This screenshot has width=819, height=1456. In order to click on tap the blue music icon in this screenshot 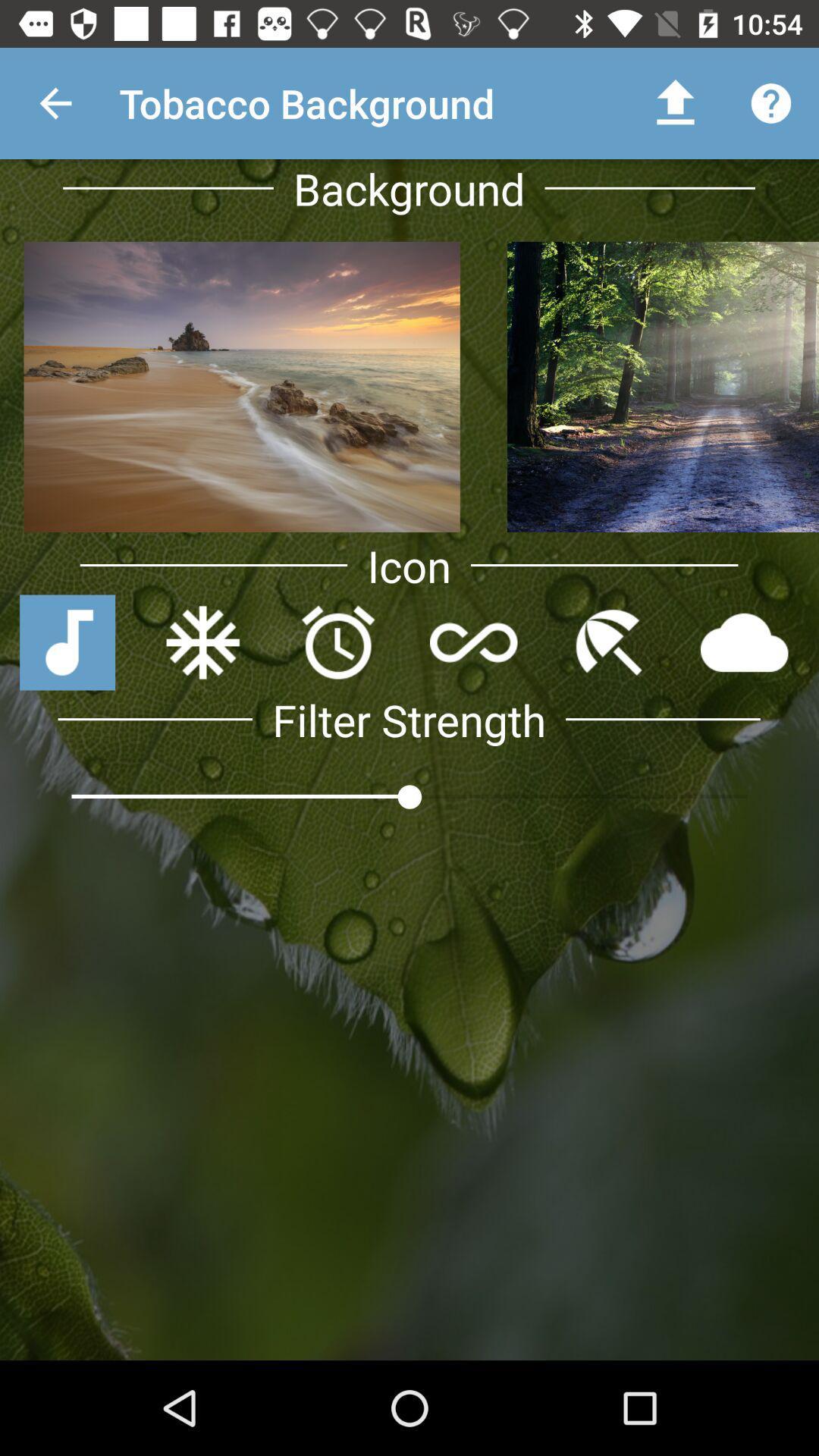, I will do `click(66, 643)`.